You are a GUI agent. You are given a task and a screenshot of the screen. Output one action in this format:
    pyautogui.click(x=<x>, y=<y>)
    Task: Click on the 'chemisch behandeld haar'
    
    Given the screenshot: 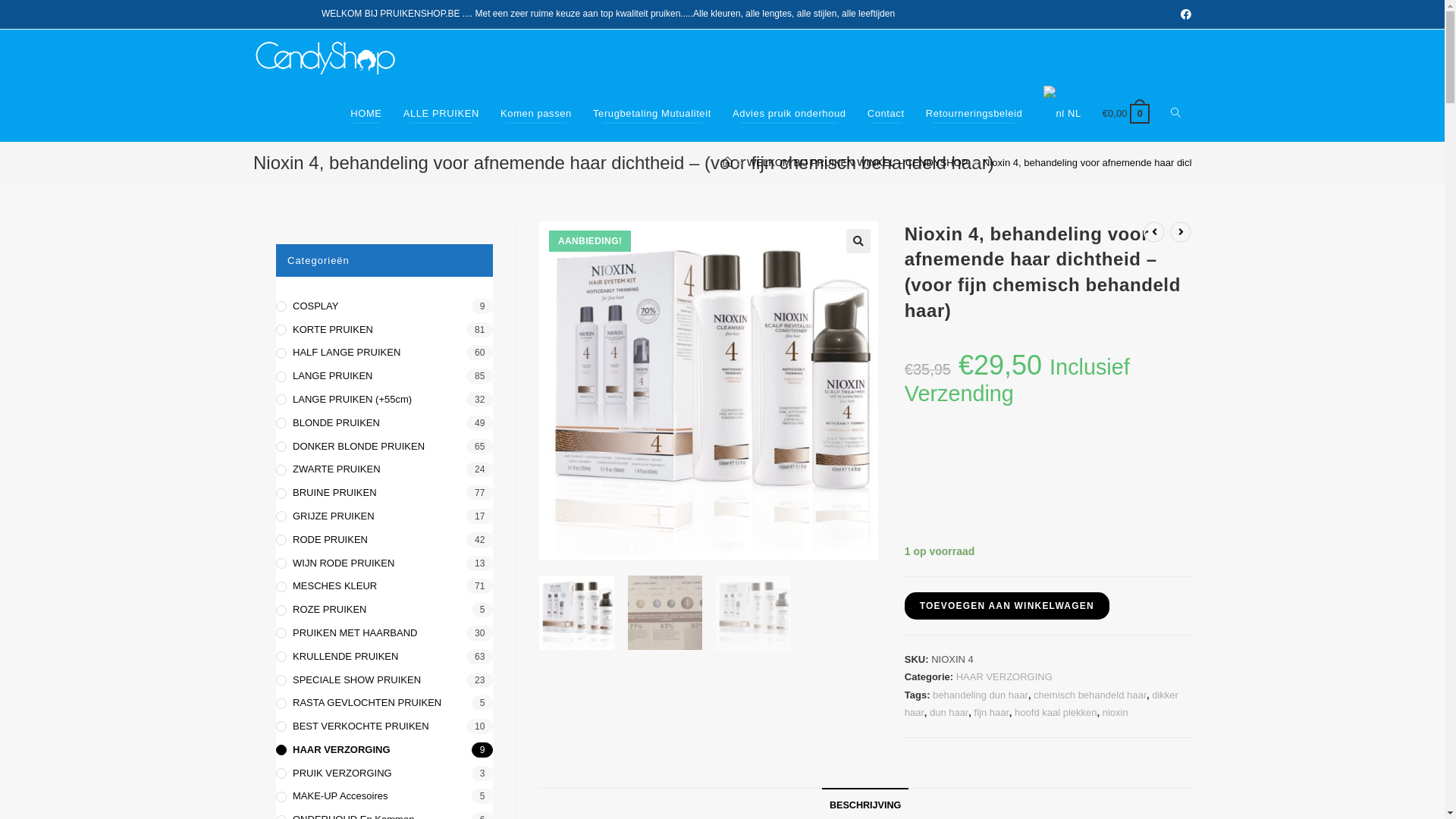 What is the action you would take?
    pyautogui.click(x=1089, y=695)
    